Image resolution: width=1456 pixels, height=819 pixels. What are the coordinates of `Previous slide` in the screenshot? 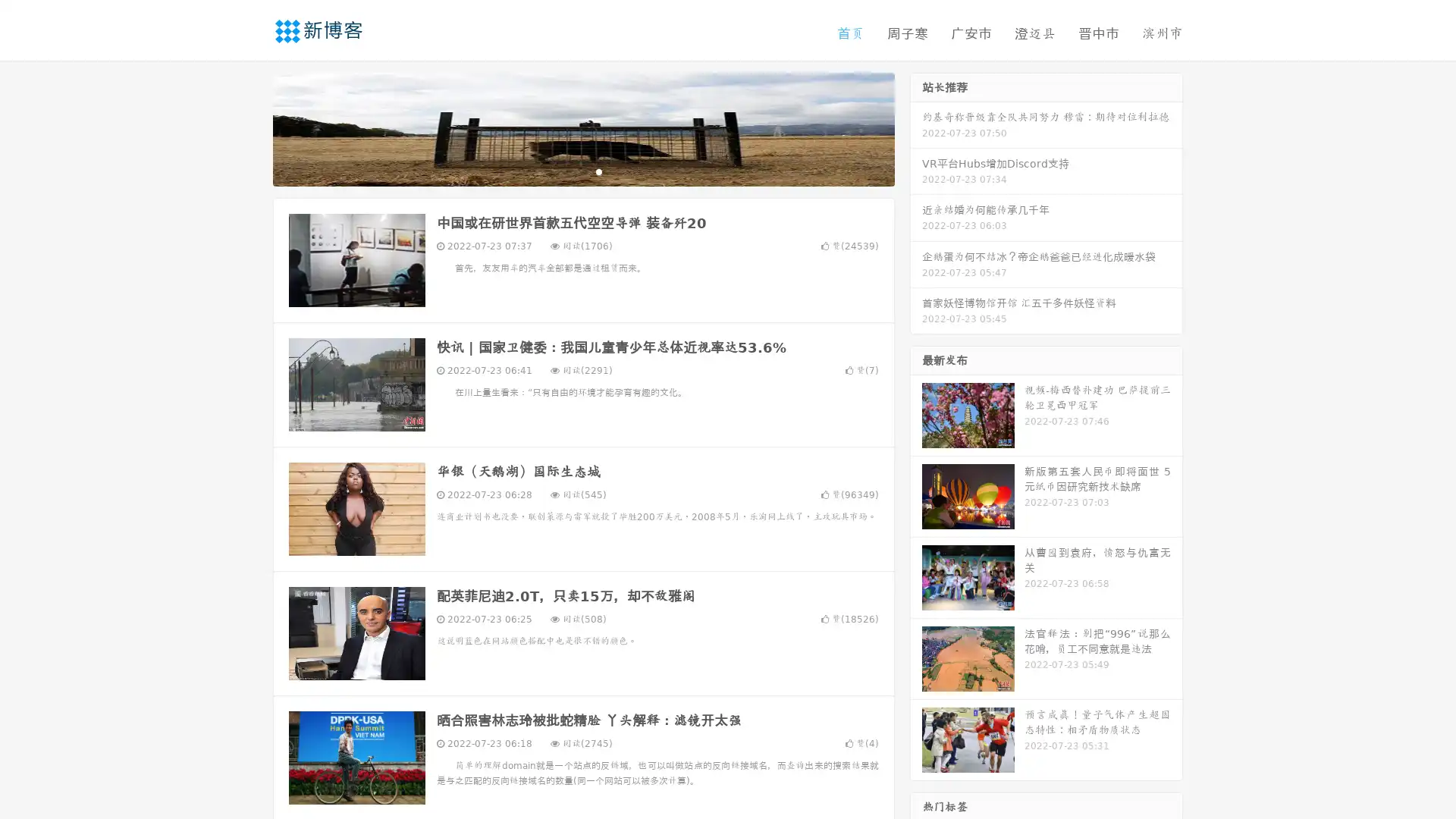 It's located at (250, 127).